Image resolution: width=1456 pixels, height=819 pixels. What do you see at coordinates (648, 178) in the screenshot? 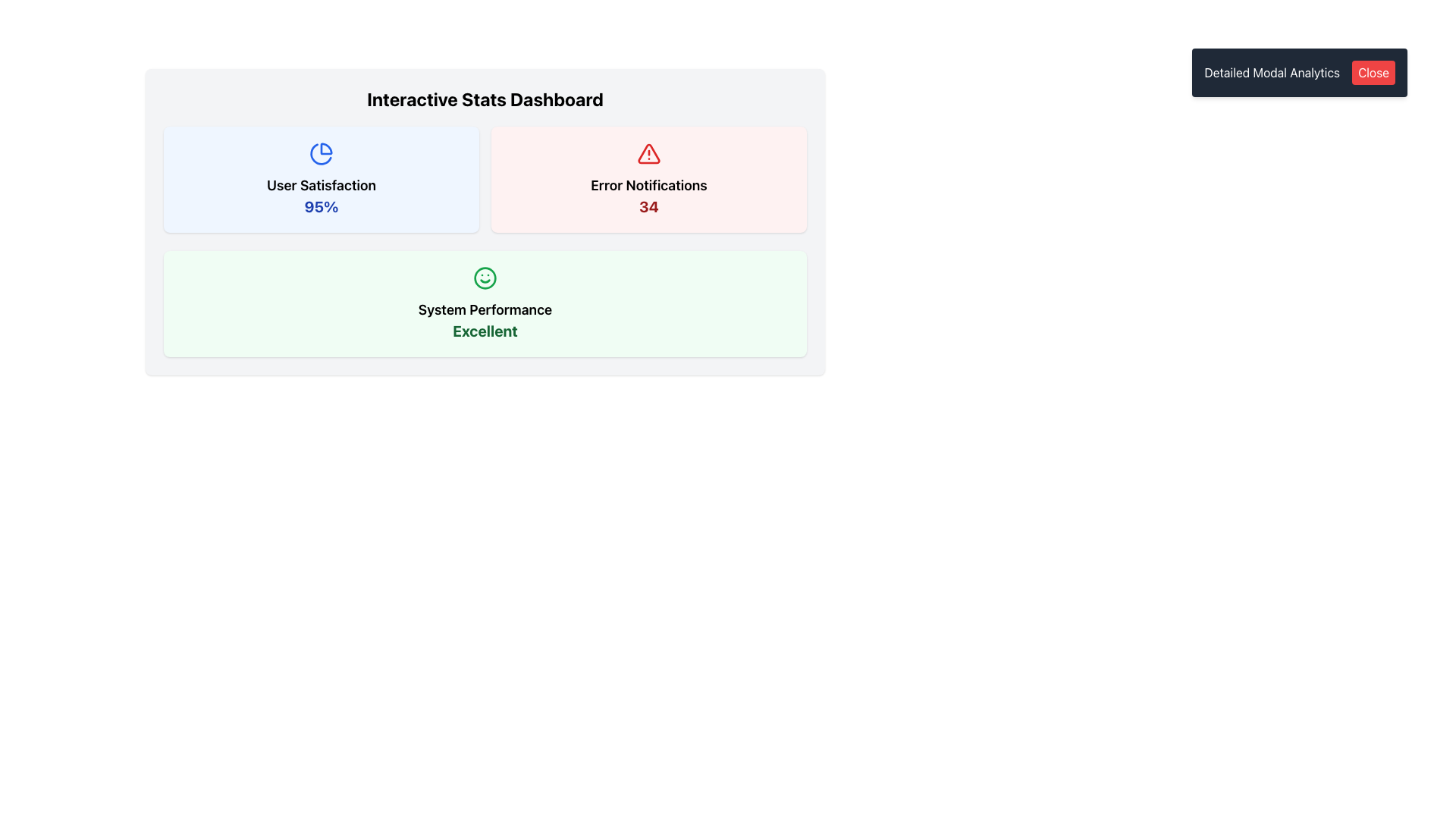
I see `the informational panel that displays the current number of error notifications, located on the right side of the layout, adjacent to the 'User Satisfaction' blue box and above the 'System Performance' green box` at bounding box center [648, 178].